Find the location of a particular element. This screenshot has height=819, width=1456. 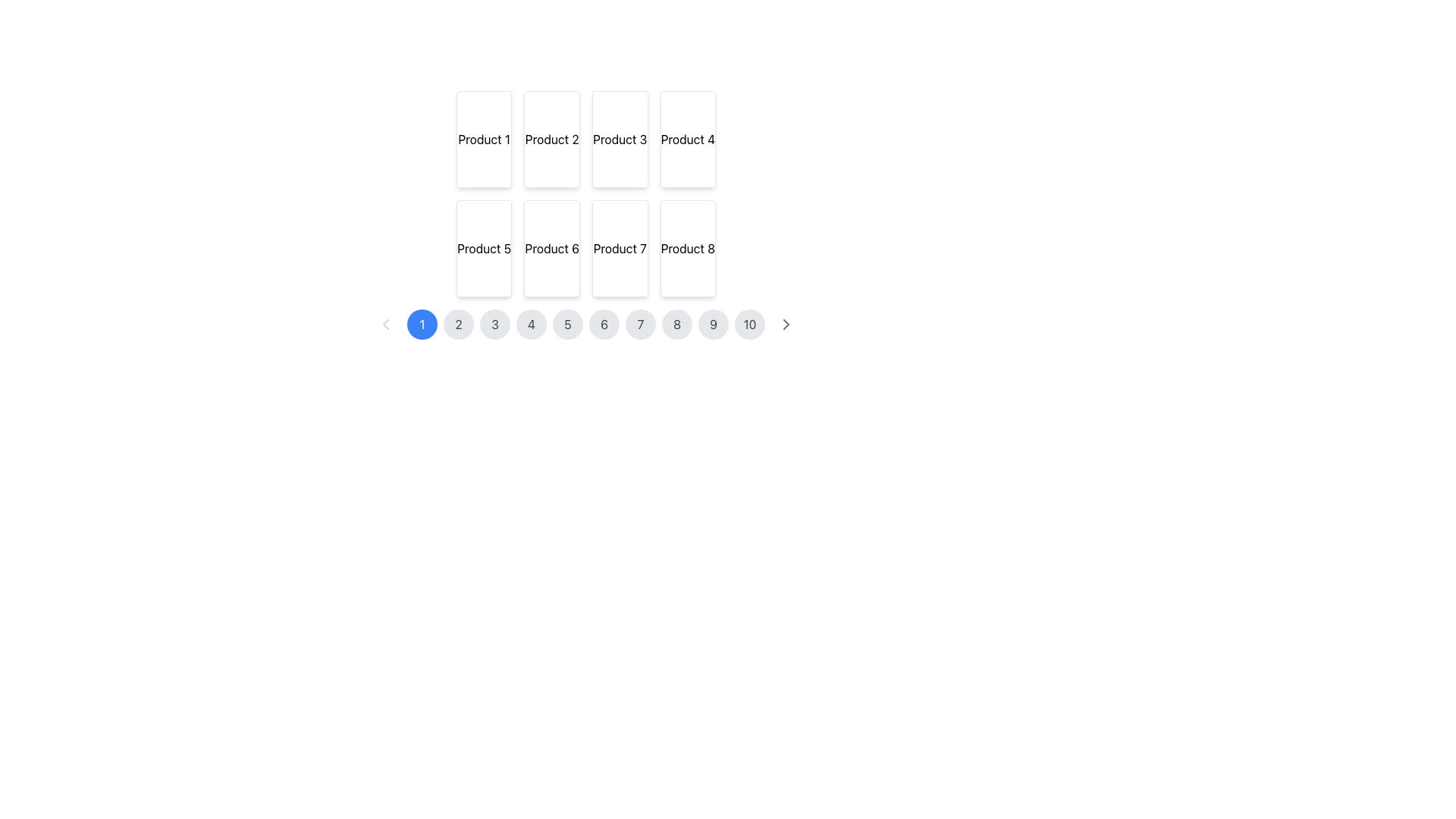

the chevron arrow icon positioned at the extreme right of the pagination controls is located at coordinates (786, 324).